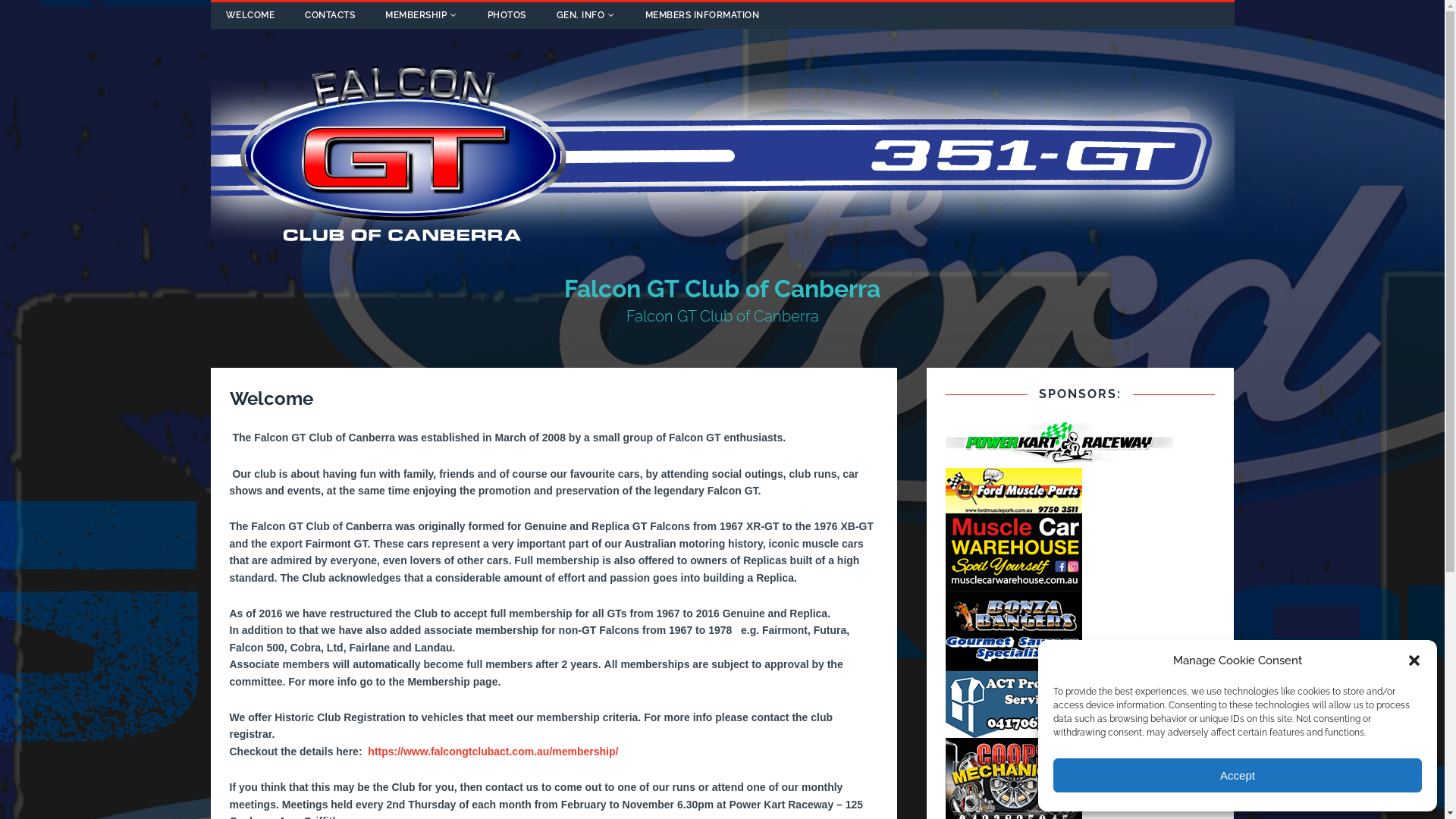 Image resolution: width=1456 pixels, height=819 pixels. What do you see at coordinates (471, 15) in the screenshot?
I see `'PHOTOS'` at bounding box center [471, 15].